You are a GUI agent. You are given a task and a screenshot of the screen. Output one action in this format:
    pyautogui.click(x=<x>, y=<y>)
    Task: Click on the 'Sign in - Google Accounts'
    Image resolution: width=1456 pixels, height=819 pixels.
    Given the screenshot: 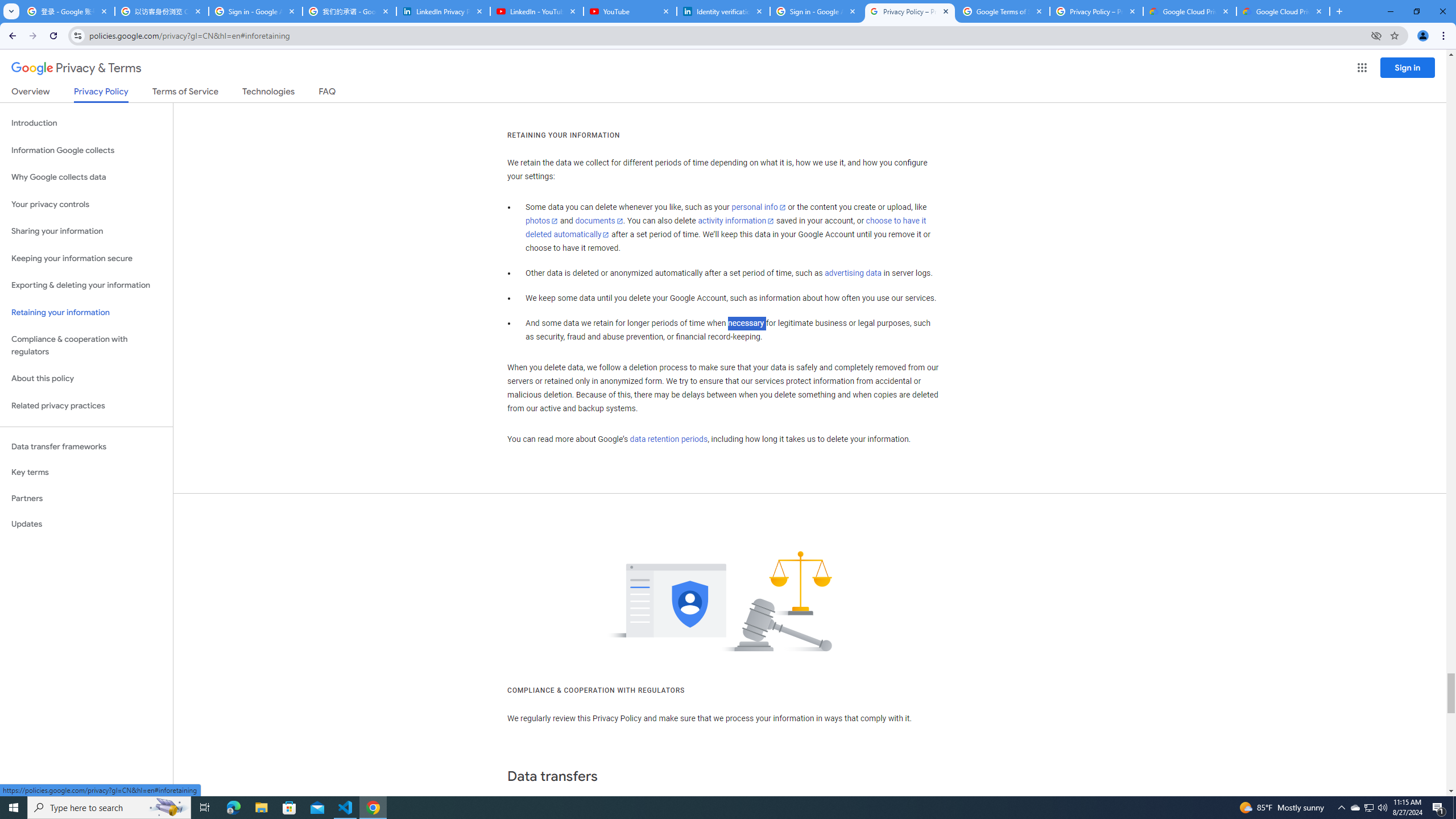 What is the action you would take?
    pyautogui.click(x=816, y=11)
    